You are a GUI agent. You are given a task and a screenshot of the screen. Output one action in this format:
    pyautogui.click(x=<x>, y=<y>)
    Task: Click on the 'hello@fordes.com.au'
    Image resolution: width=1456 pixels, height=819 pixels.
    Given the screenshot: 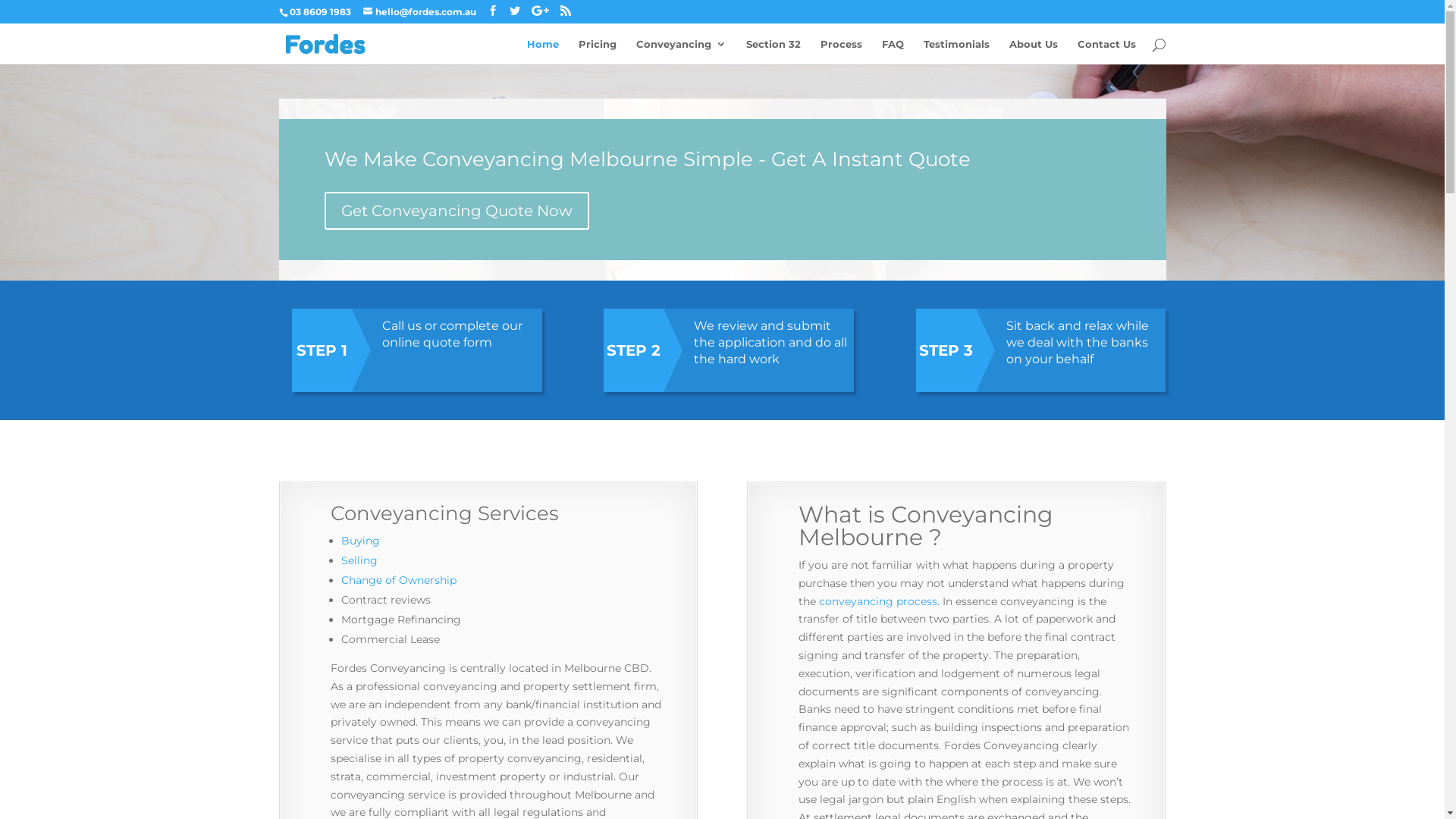 What is the action you would take?
    pyautogui.click(x=419, y=11)
    